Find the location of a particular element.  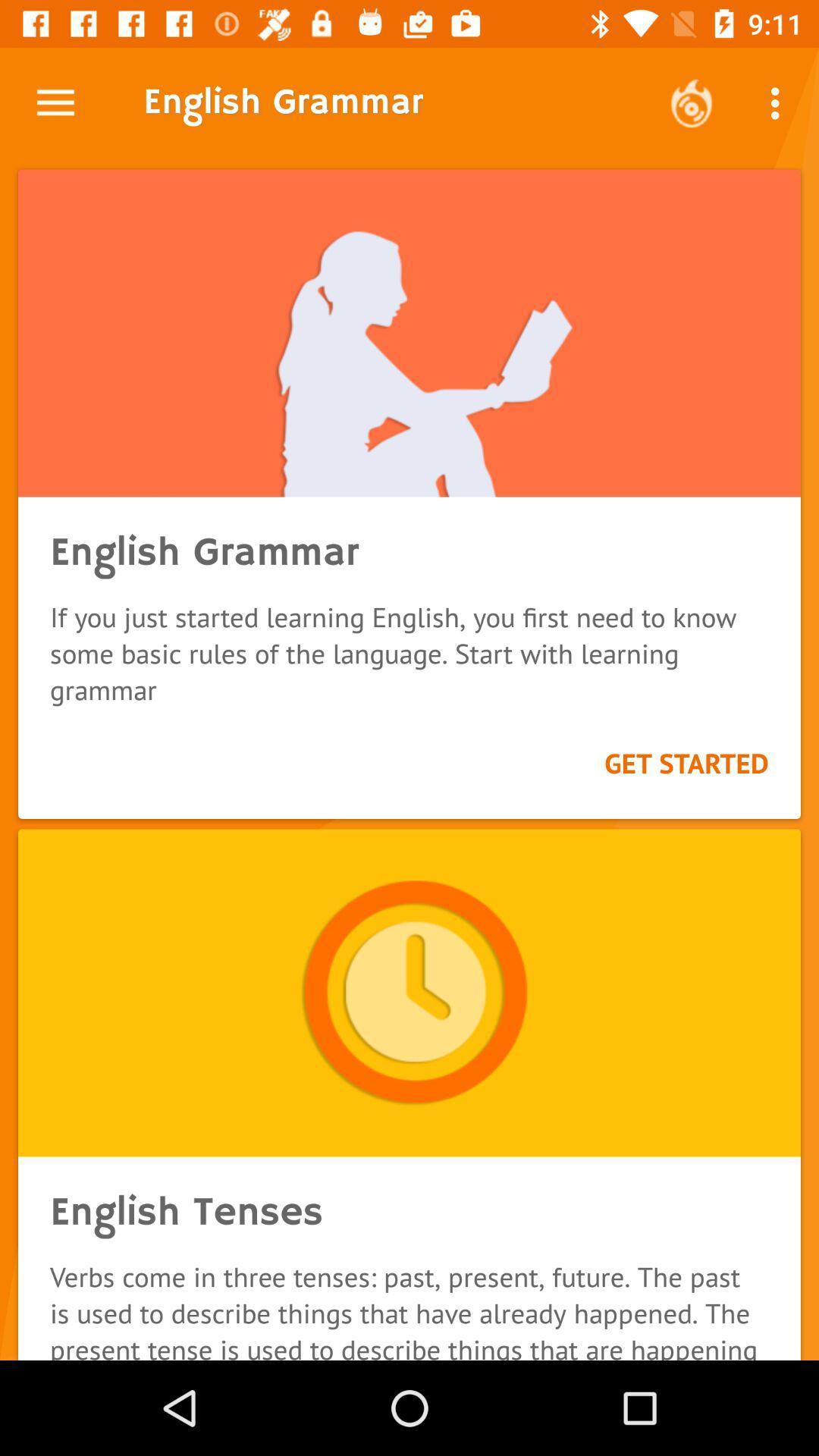

item next to the english grammar is located at coordinates (691, 102).